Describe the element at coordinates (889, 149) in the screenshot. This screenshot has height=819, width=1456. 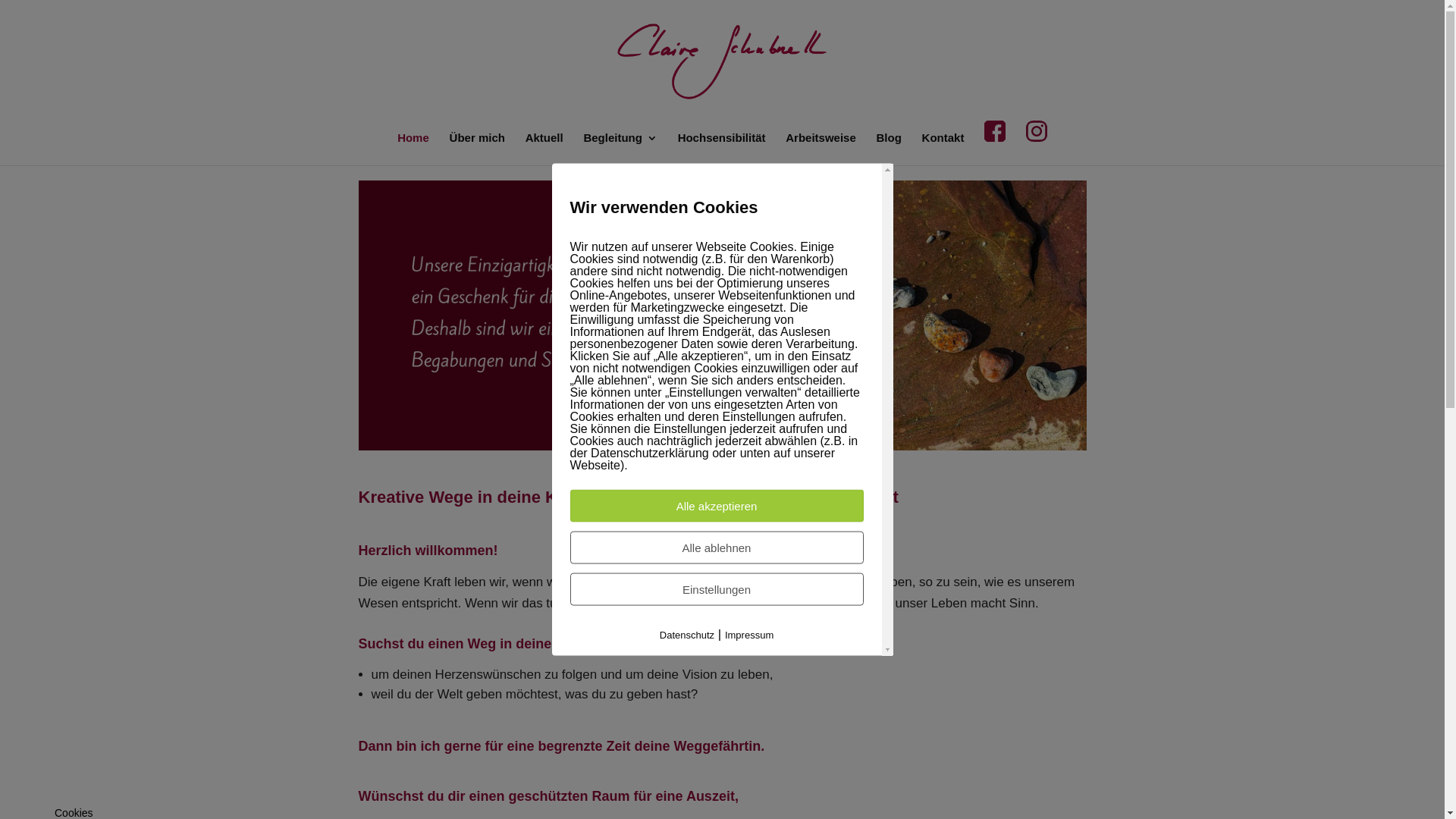
I see `'Blog'` at that location.